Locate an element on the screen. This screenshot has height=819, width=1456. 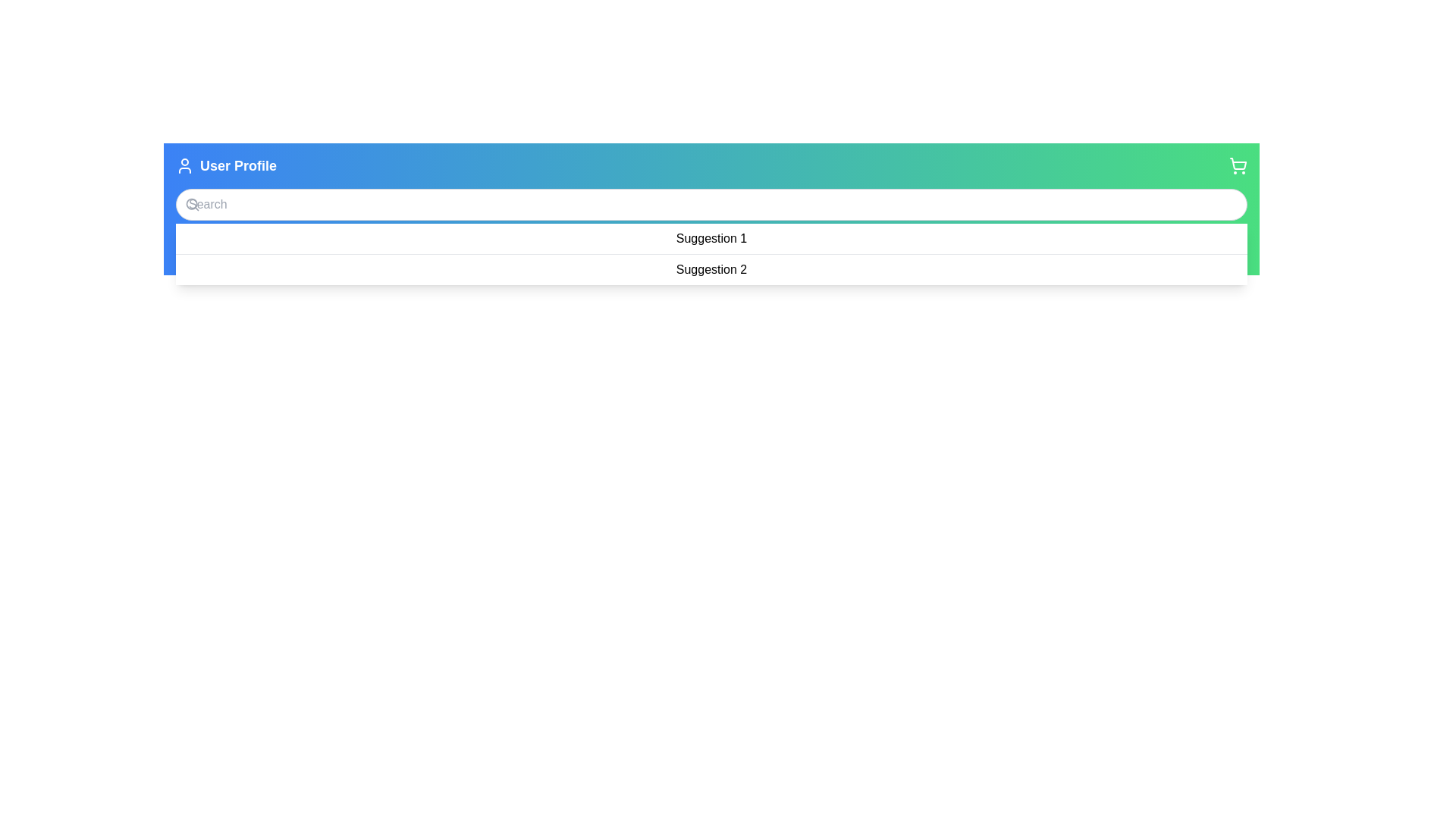
the 'User Profile' label located on the left side of the topmost navigation bar is located at coordinates (225, 166).